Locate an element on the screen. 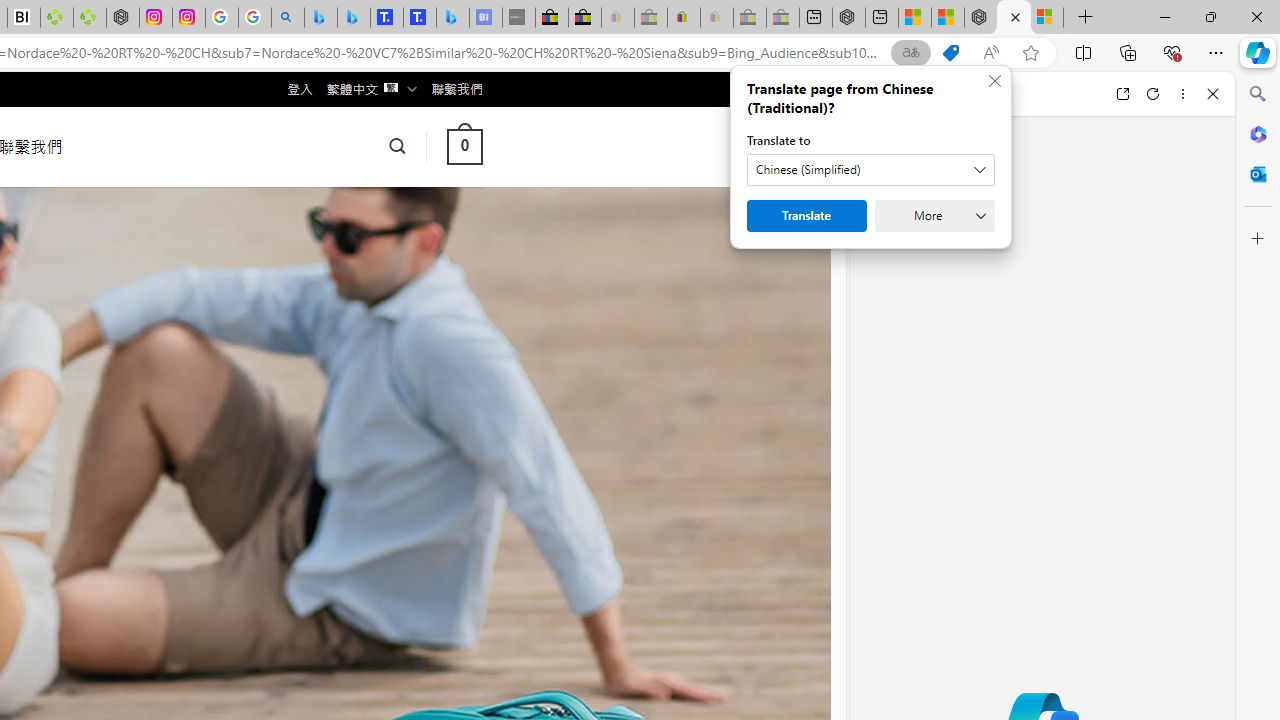 The image size is (1280, 720). 'Press Room - eBay Inc. - Sleeping' is located at coordinates (748, 17).